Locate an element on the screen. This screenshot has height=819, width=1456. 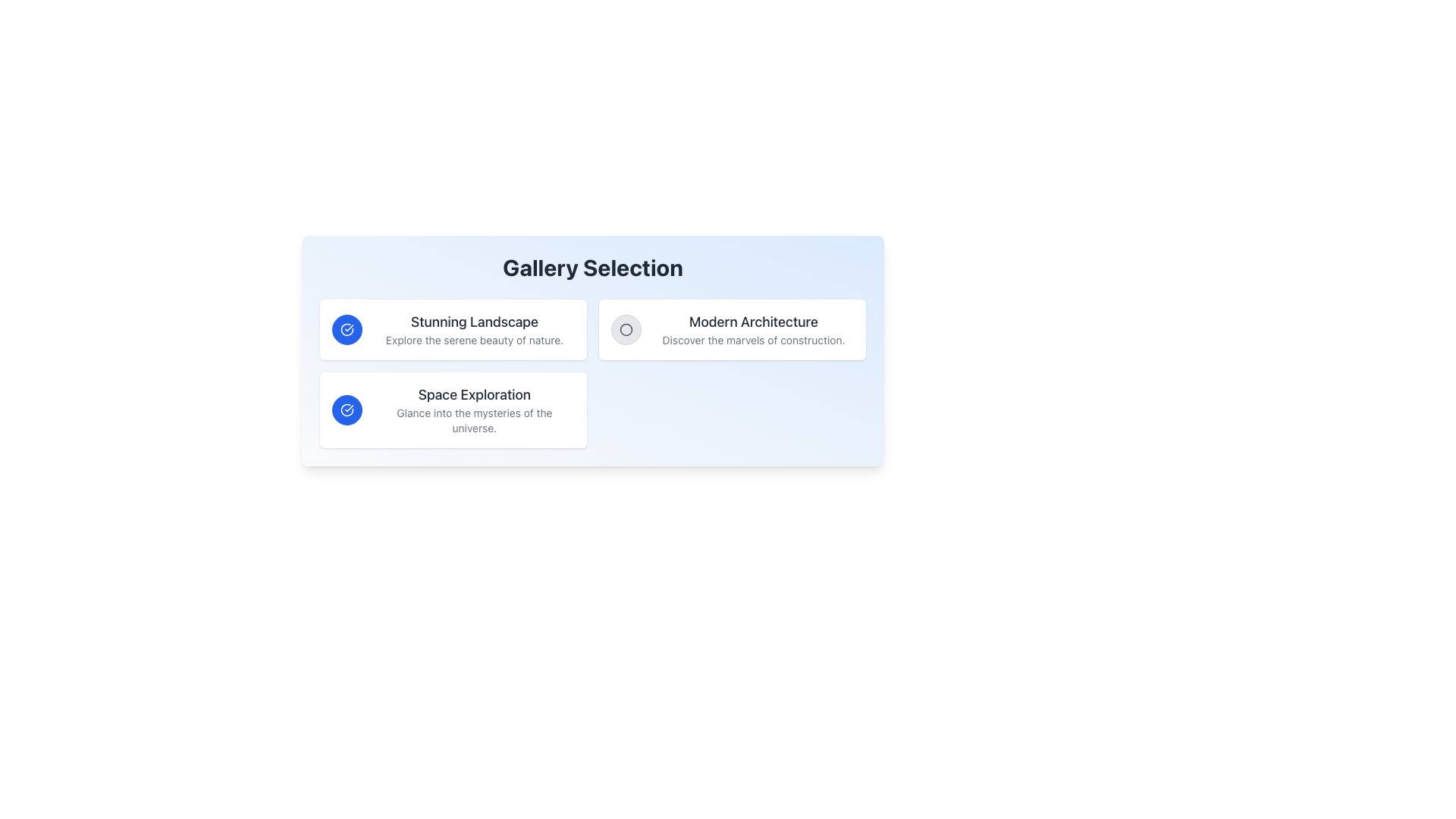
the circular icon on the left side of the 'Stunning Landscape' and 'Space Exploration' cards, which represents a state or category marking is located at coordinates (626, 329).